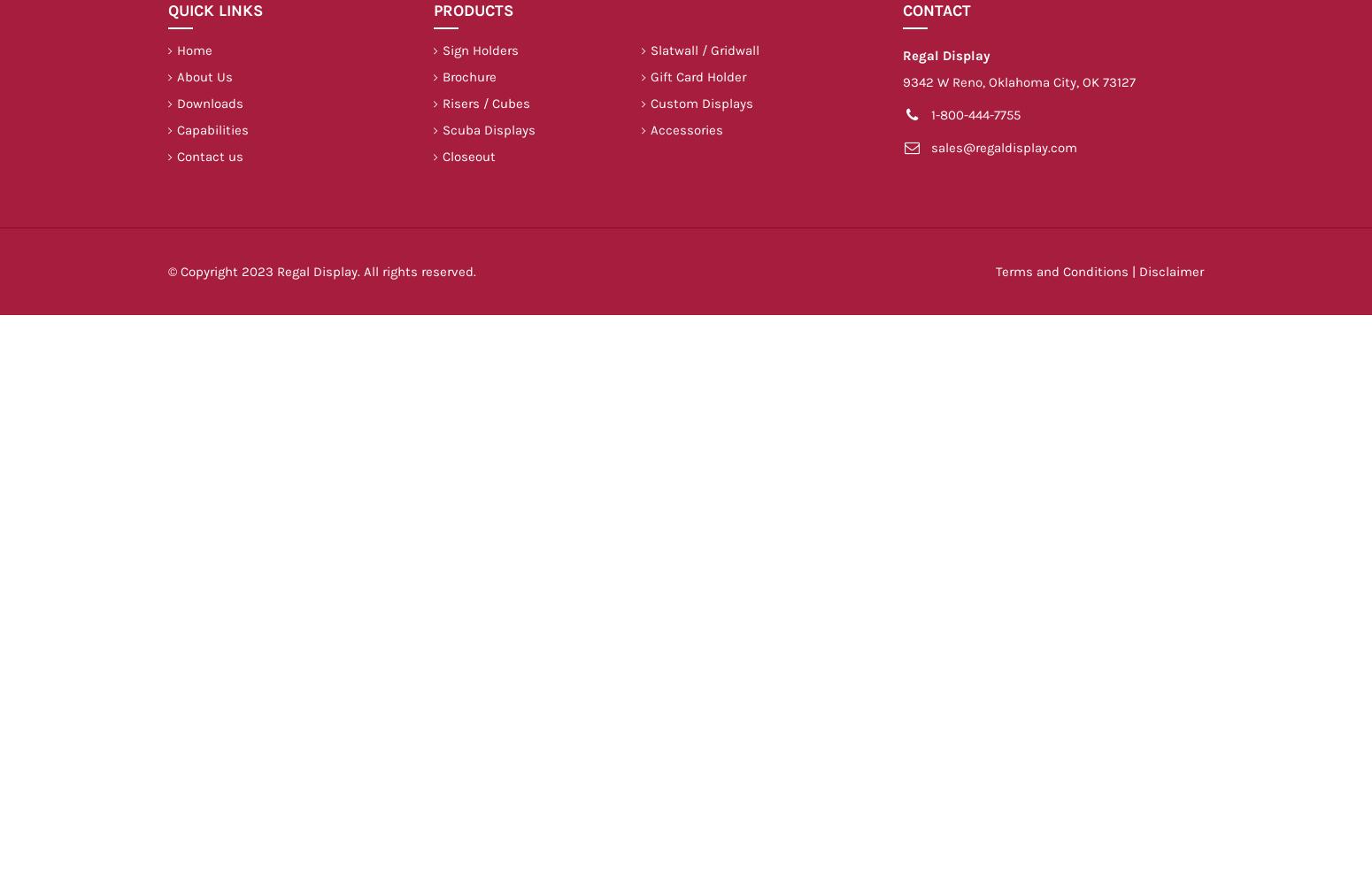  What do you see at coordinates (167, 272) in the screenshot?
I see `'© Copyright 2023  Regal Display. All rights reserved.'` at bounding box center [167, 272].